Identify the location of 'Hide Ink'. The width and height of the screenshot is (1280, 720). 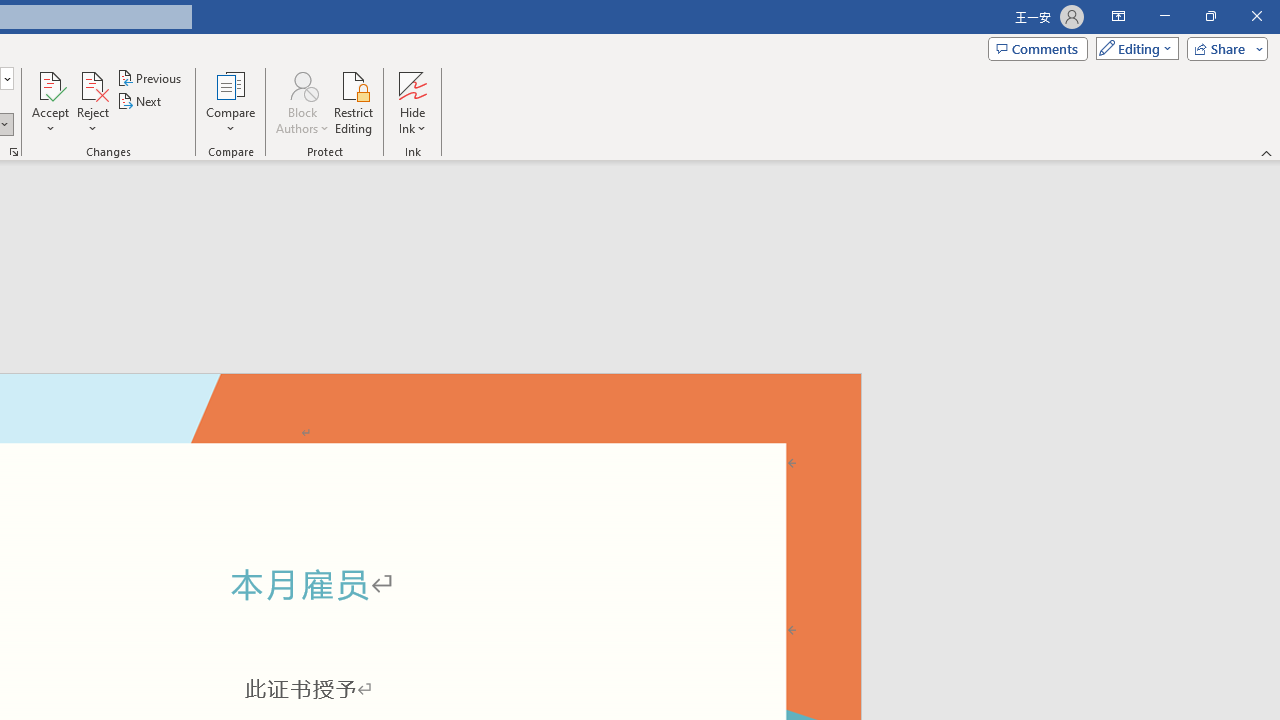
(411, 103).